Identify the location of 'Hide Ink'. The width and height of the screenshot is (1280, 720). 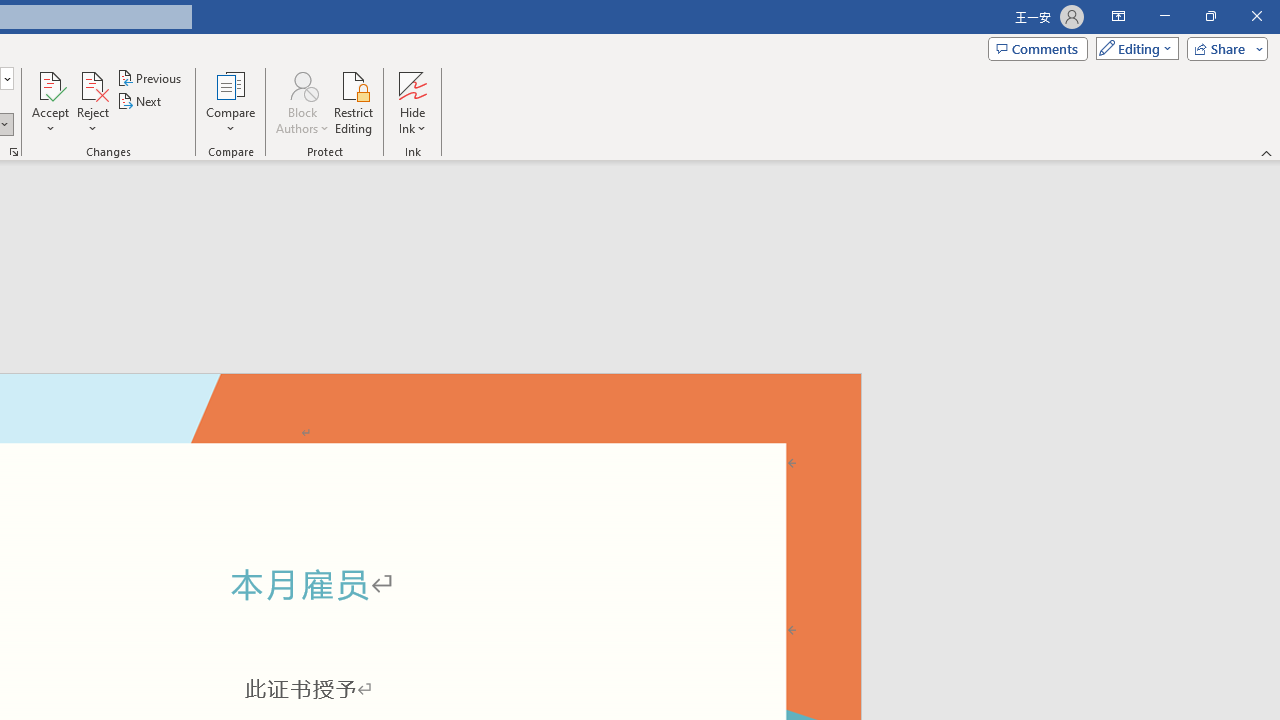
(411, 103).